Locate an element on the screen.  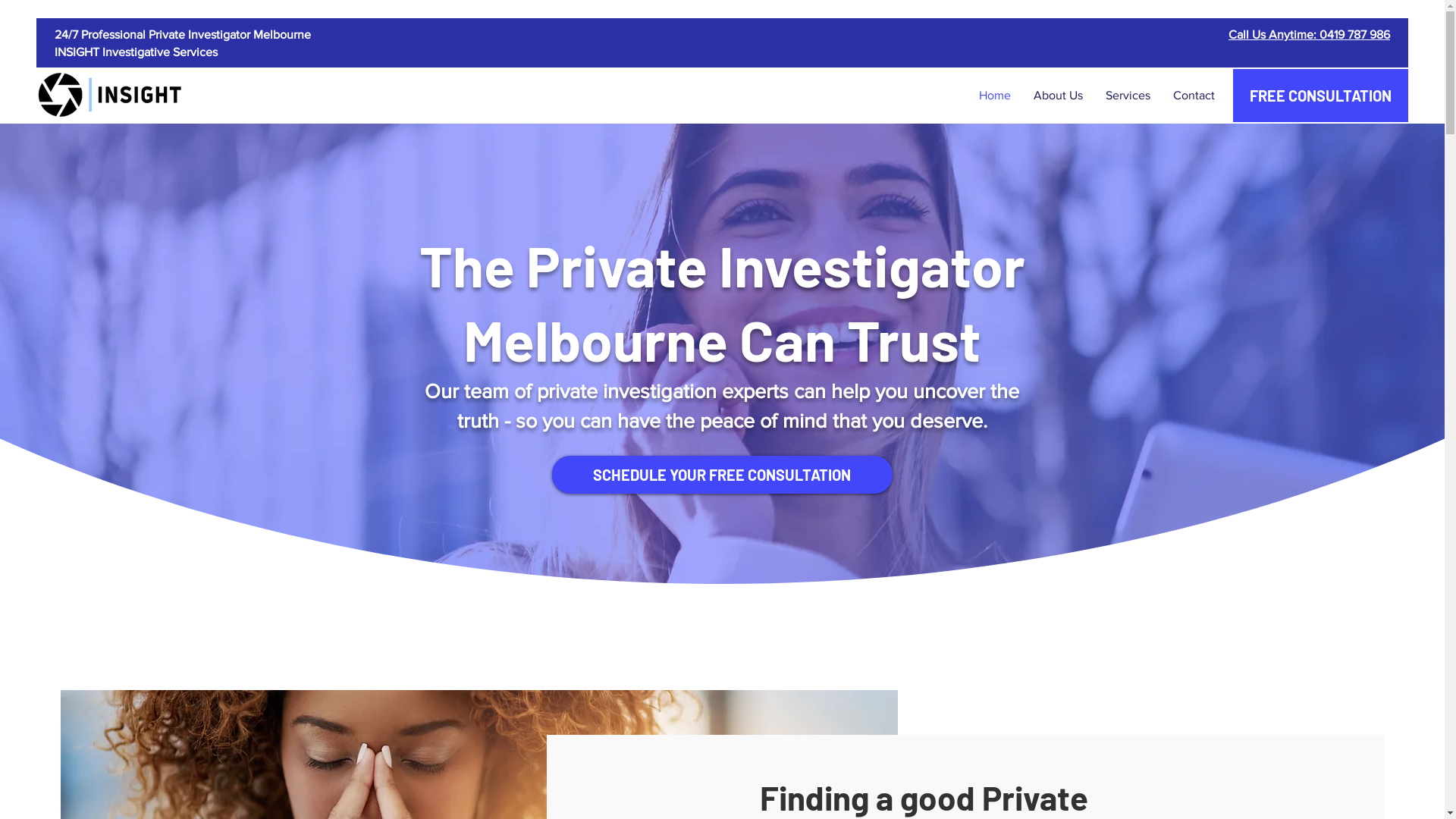
'FREE CONSULTATION' is located at coordinates (1319, 96).